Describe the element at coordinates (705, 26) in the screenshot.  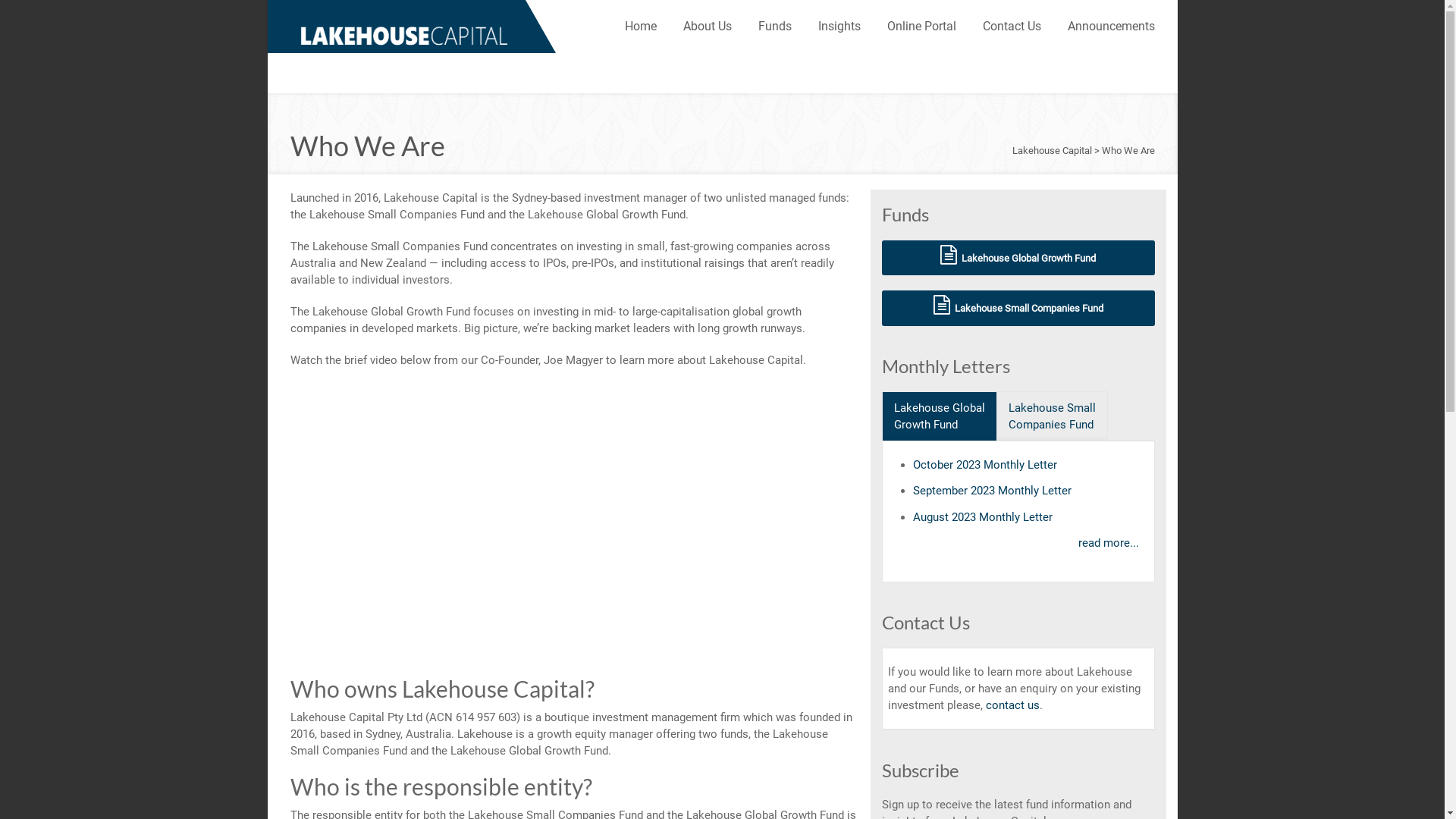
I see `'About Us'` at that location.